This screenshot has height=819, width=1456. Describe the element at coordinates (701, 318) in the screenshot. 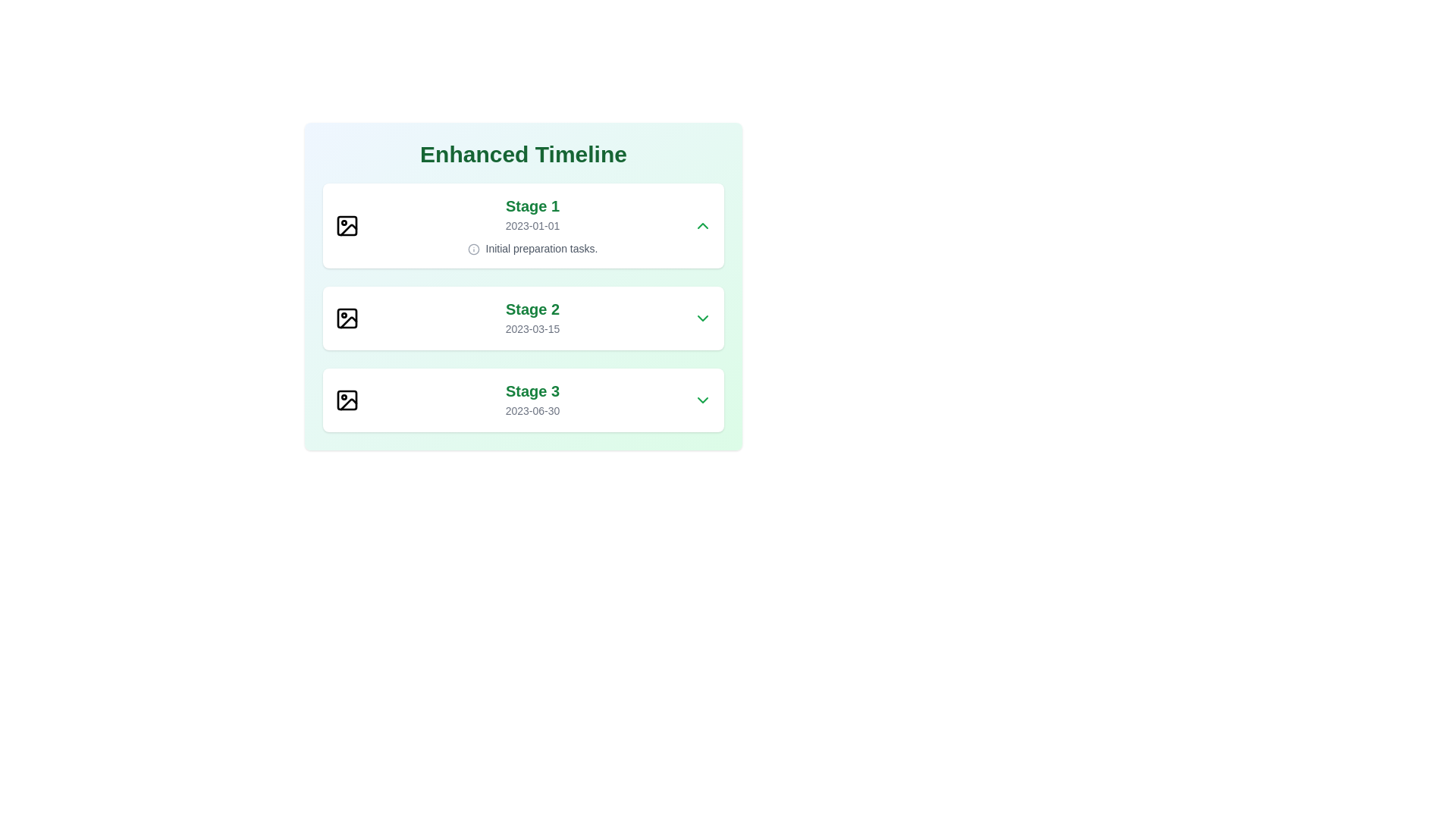

I see `the green downward chevron icon in the top-right corner of the 'Stage 2' card` at that location.